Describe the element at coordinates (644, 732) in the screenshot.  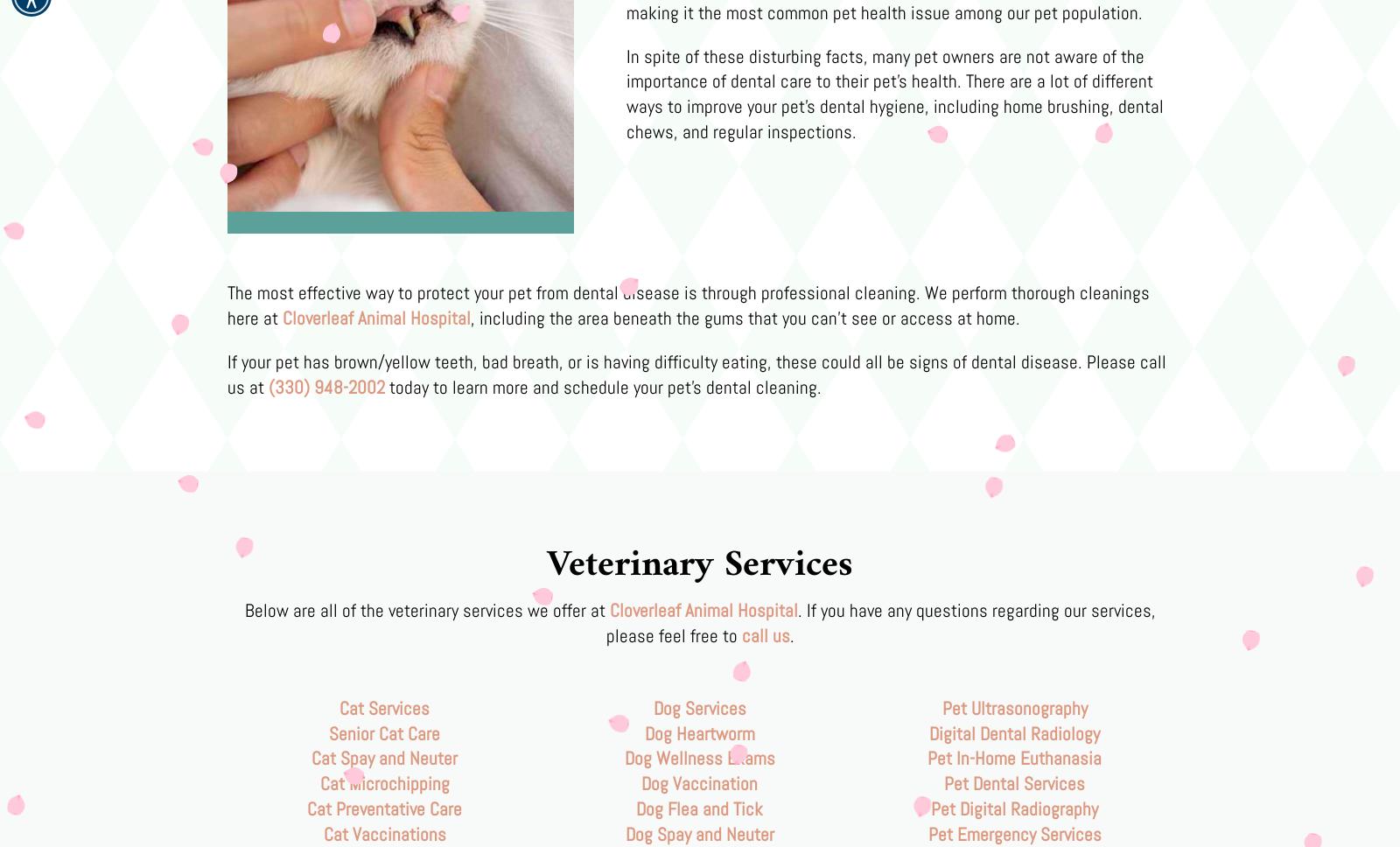
I see `'Dog Heartworm'` at that location.